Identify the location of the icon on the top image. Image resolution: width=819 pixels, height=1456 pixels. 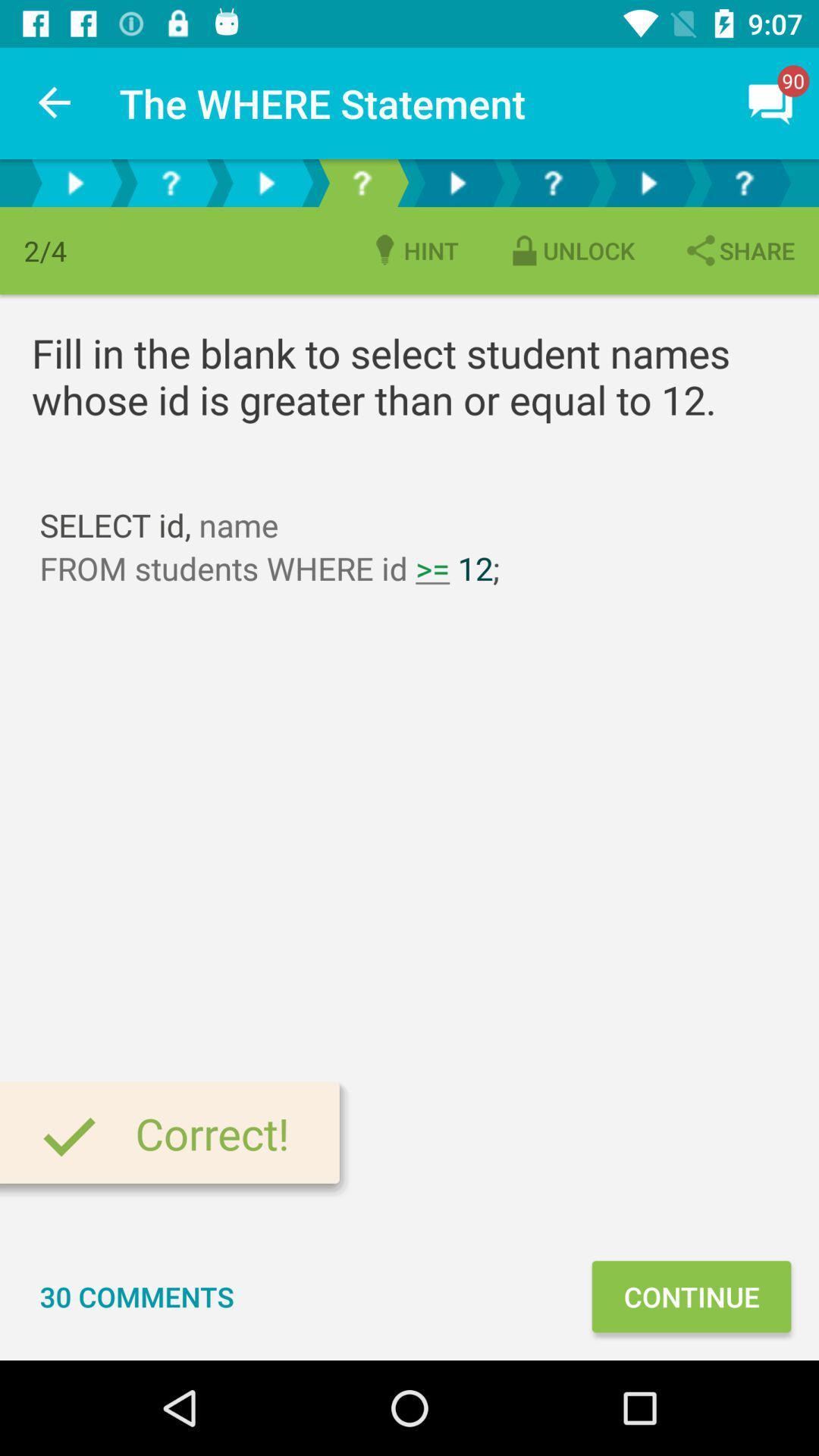
(771, 103).